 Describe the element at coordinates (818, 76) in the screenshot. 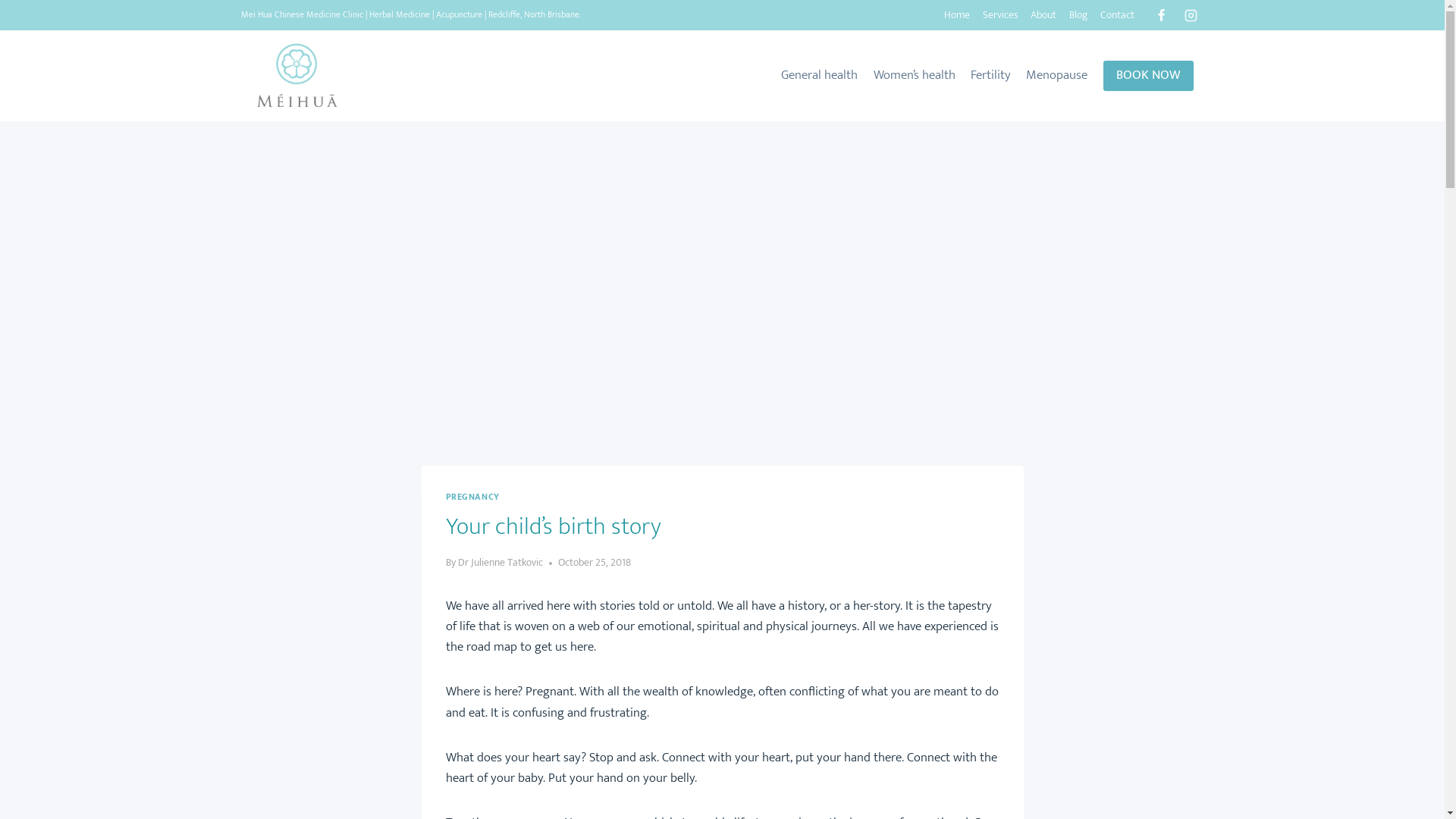

I see `'General health'` at that location.